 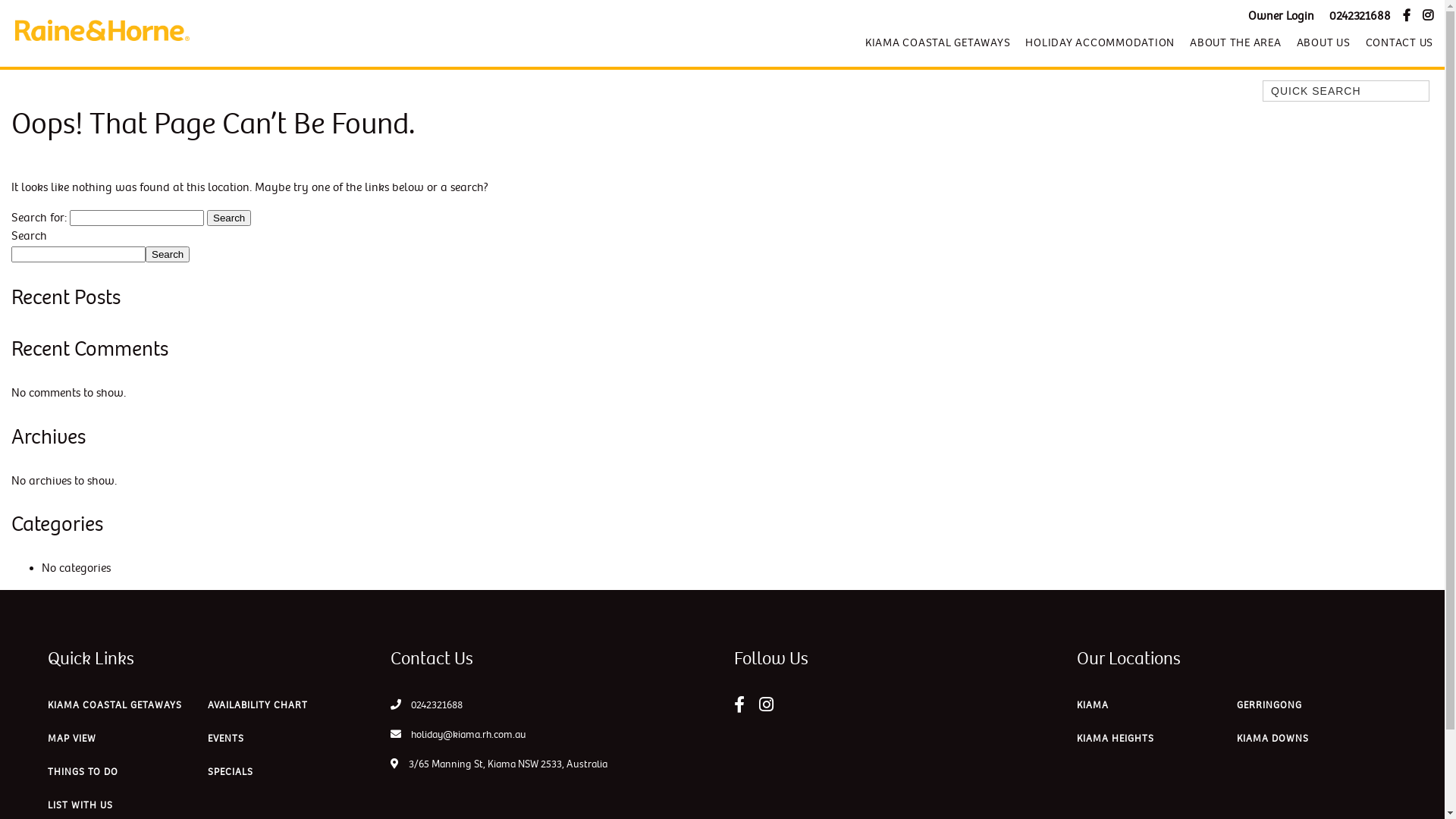 What do you see at coordinates (1360, 16) in the screenshot?
I see `'0242321688'` at bounding box center [1360, 16].